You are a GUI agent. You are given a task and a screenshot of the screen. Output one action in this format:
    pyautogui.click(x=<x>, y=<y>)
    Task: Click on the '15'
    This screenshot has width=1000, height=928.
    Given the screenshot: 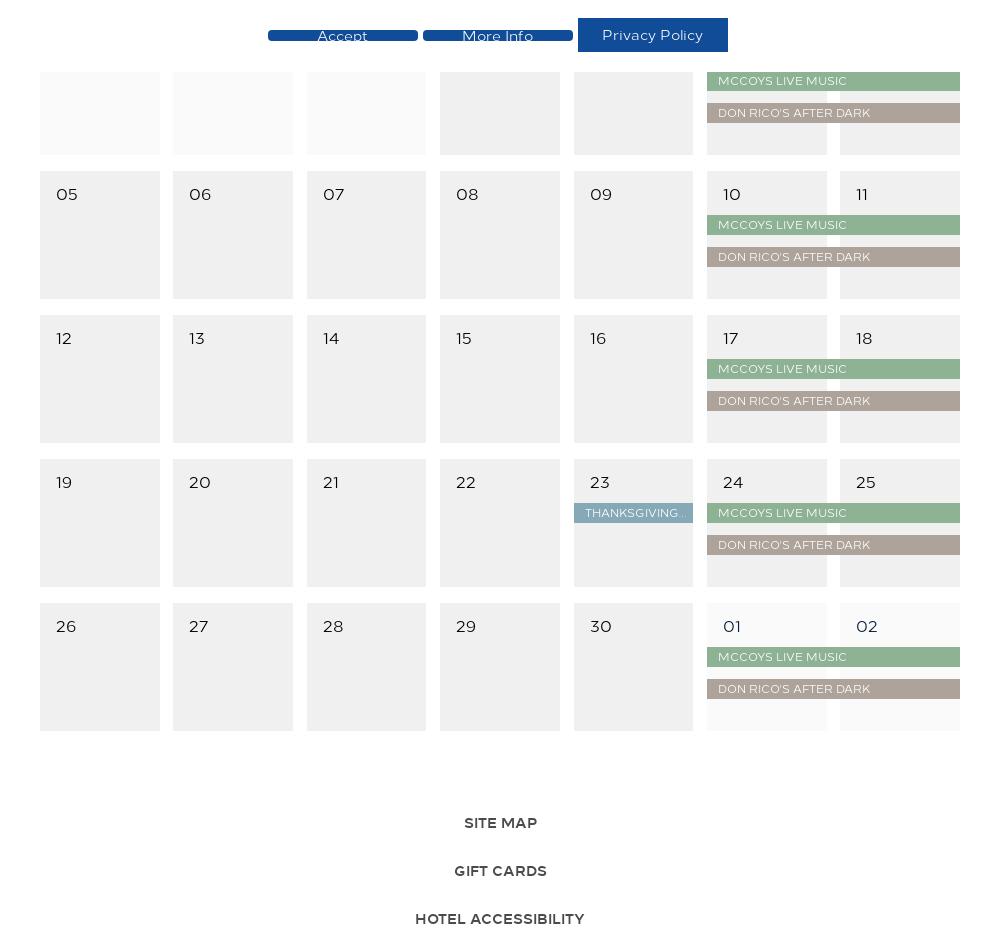 What is the action you would take?
    pyautogui.click(x=463, y=335)
    